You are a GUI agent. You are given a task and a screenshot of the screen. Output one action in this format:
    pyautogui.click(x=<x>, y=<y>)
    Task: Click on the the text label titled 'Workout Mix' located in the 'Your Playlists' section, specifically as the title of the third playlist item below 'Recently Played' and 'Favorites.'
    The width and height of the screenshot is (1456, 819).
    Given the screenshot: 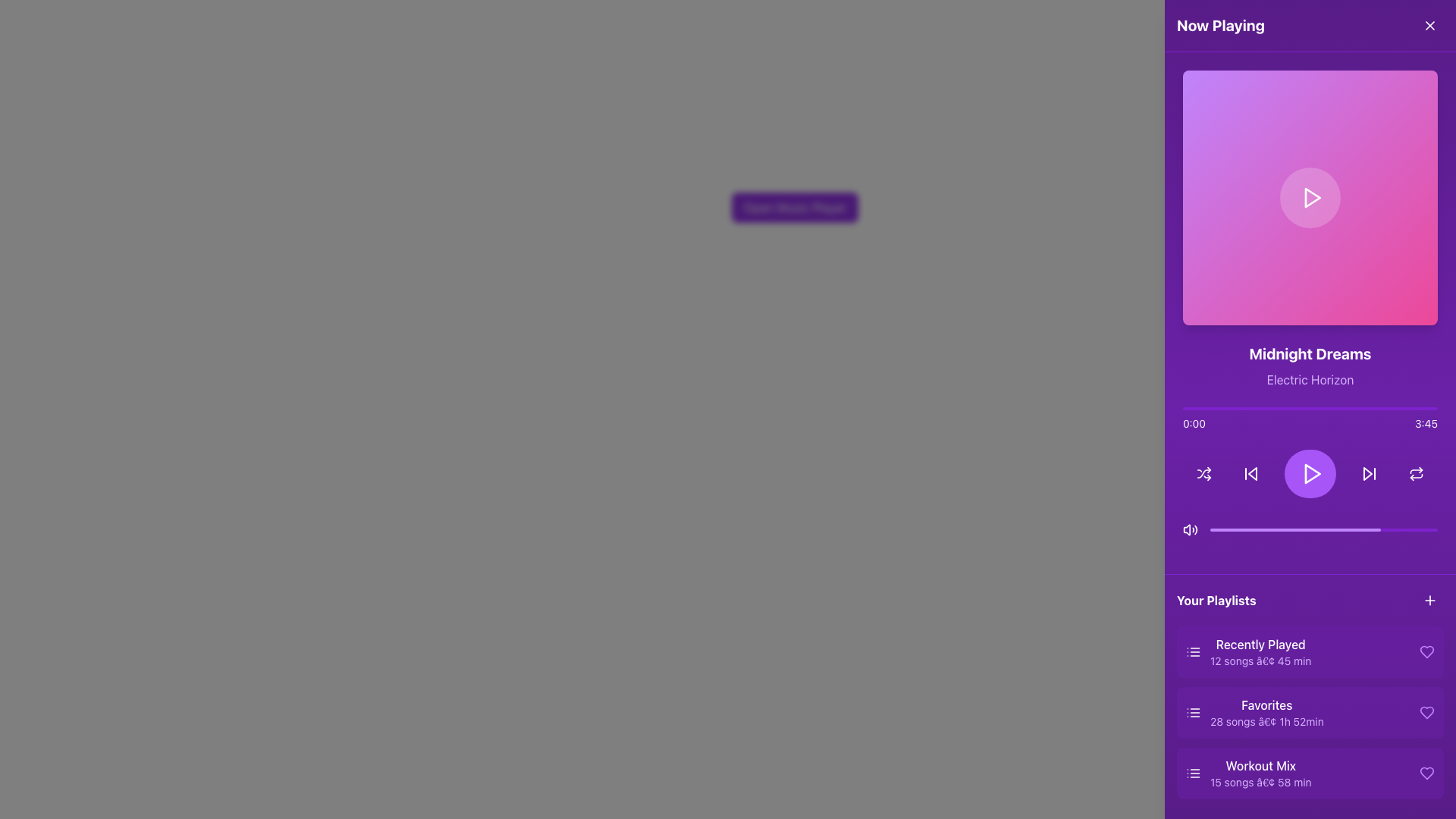 What is the action you would take?
    pyautogui.click(x=1260, y=766)
    